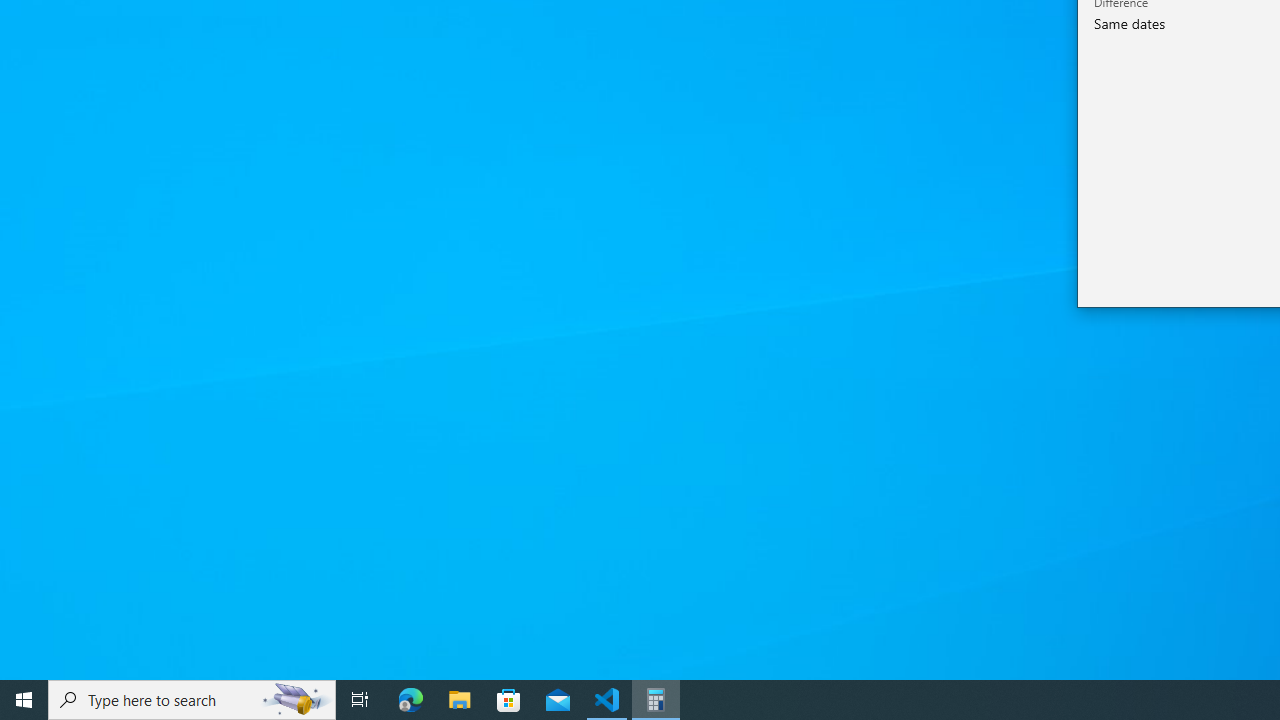 The width and height of the screenshot is (1280, 720). Describe the element at coordinates (359, 698) in the screenshot. I see `'Task View'` at that location.